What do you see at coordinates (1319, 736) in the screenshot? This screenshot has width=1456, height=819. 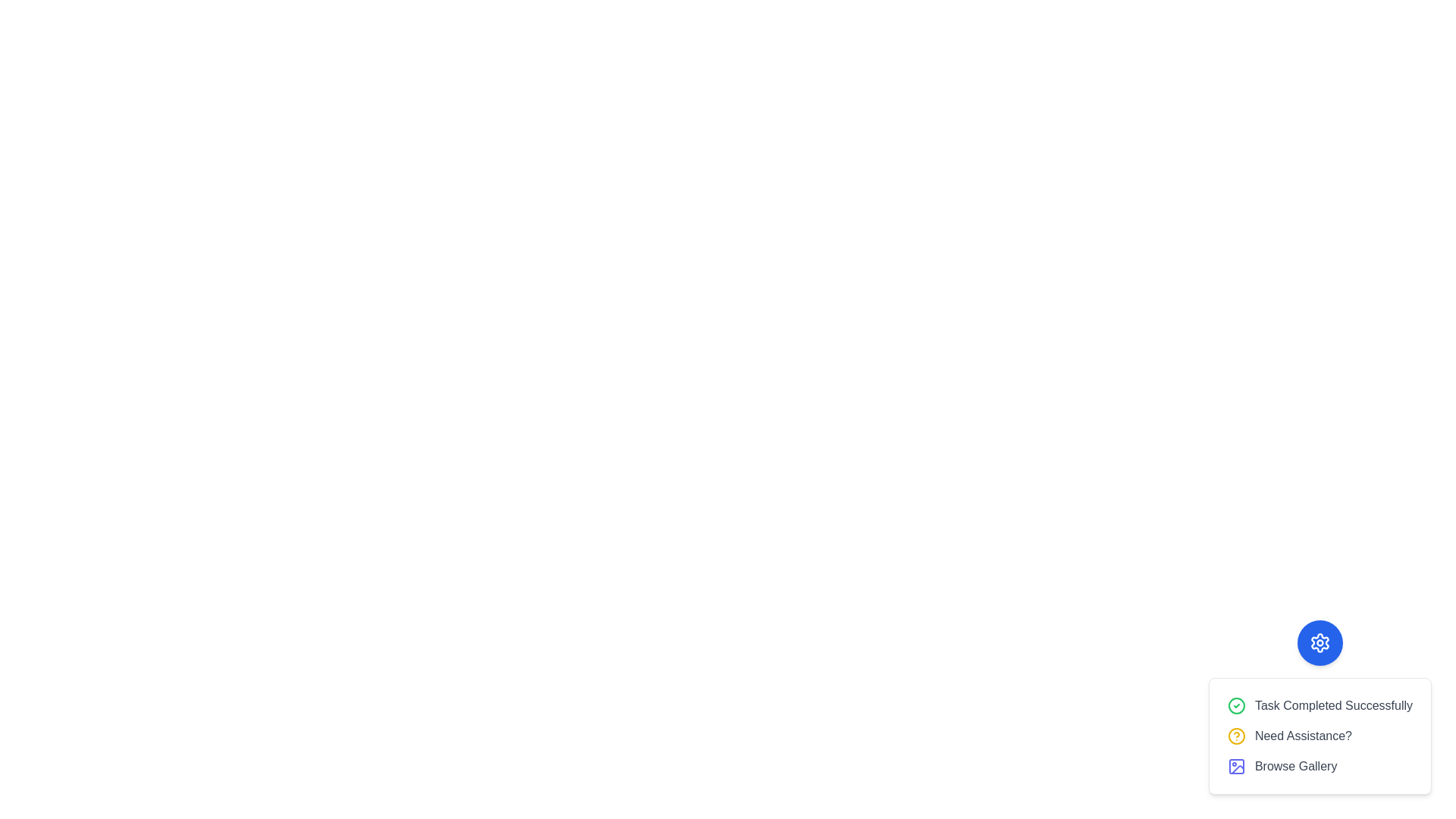 I see `the icons or text within the informational group containing the green checkmark, yellow question mark, and purple image icons` at bounding box center [1319, 736].